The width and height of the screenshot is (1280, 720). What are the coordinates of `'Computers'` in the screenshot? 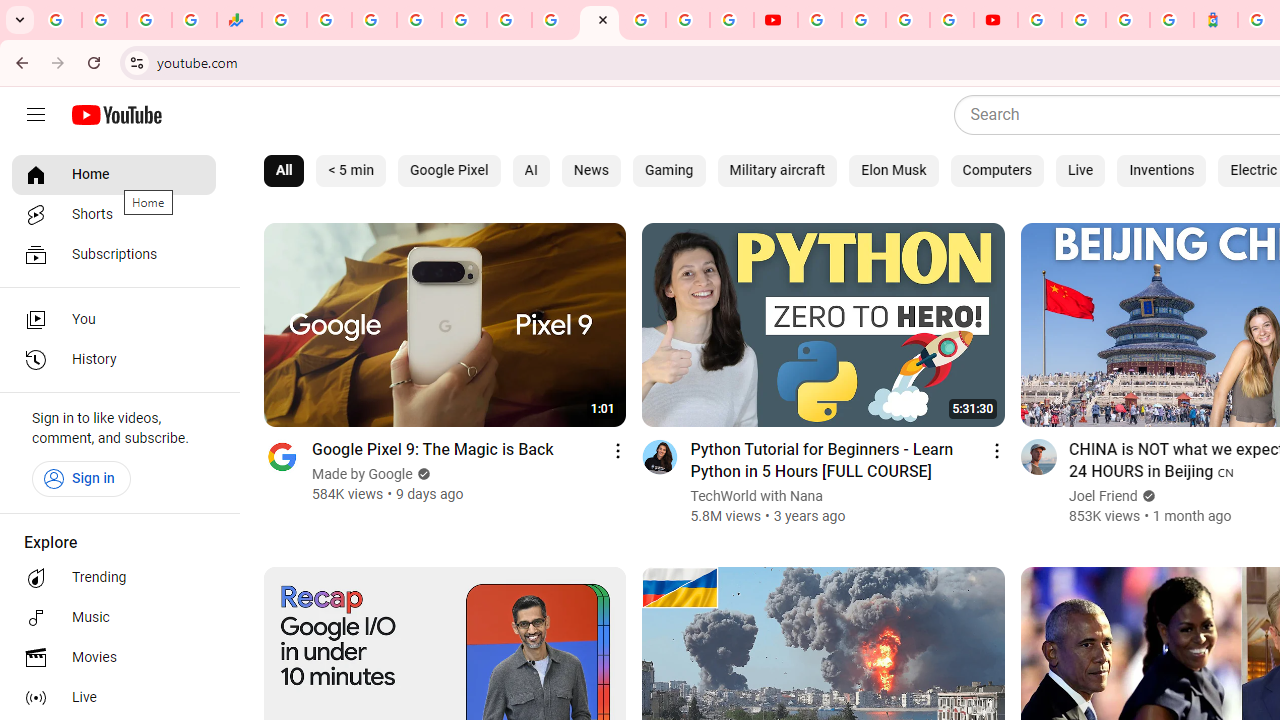 It's located at (997, 170).